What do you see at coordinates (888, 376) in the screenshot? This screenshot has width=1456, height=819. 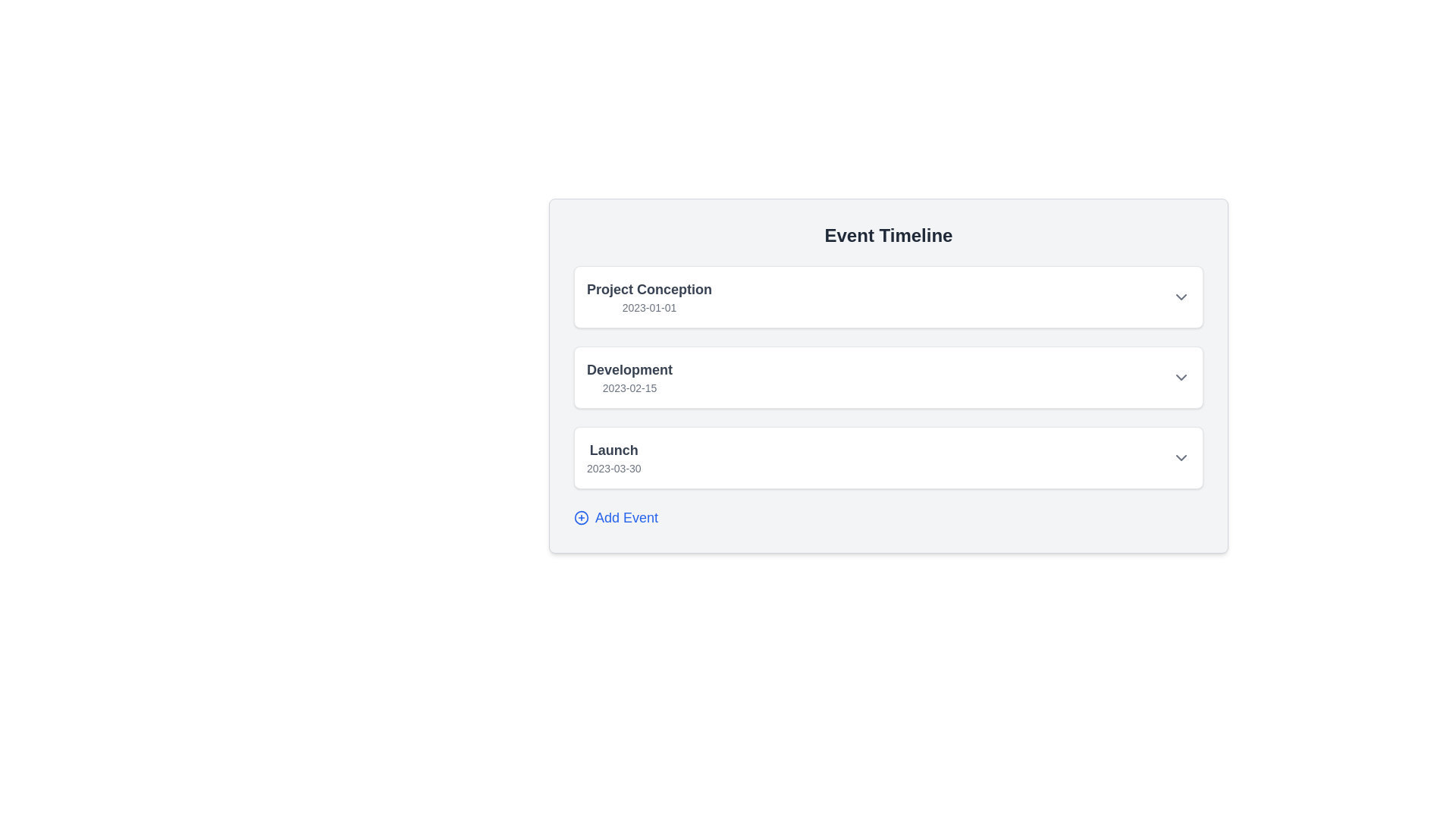 I see `the second entry in the timeline card styled section with a white background, rounded corners, and shadow effect that contains the title 'Development' and subtitle '2023-02-15' to interact with it` at bounding box center [888, 376].